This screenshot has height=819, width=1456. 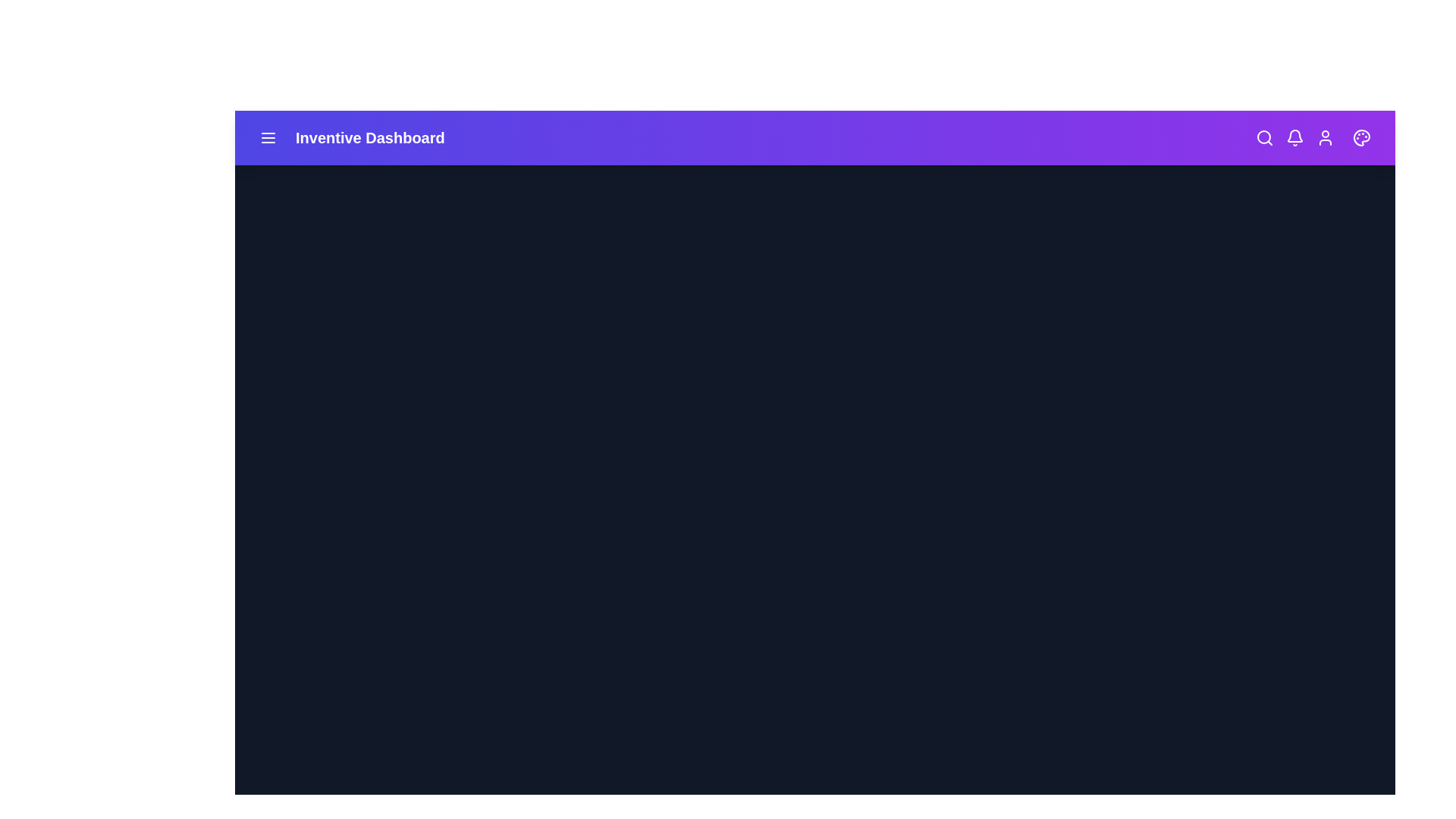 I want to click on the search icon to initiate the search functionality, so click(x=1265, y=137).